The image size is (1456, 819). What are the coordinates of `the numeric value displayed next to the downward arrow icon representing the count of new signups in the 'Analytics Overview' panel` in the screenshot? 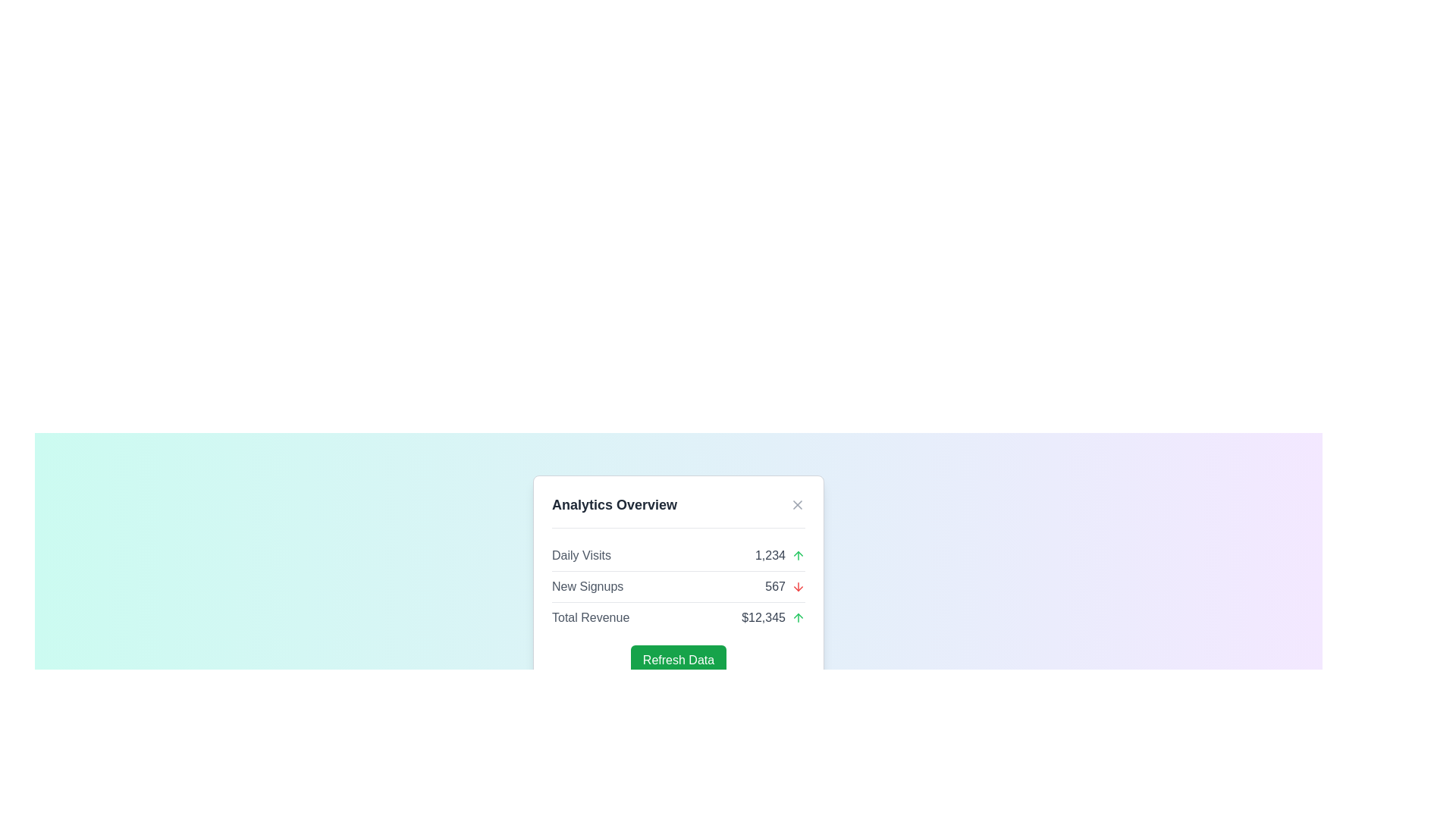 It's located at (785, 586).